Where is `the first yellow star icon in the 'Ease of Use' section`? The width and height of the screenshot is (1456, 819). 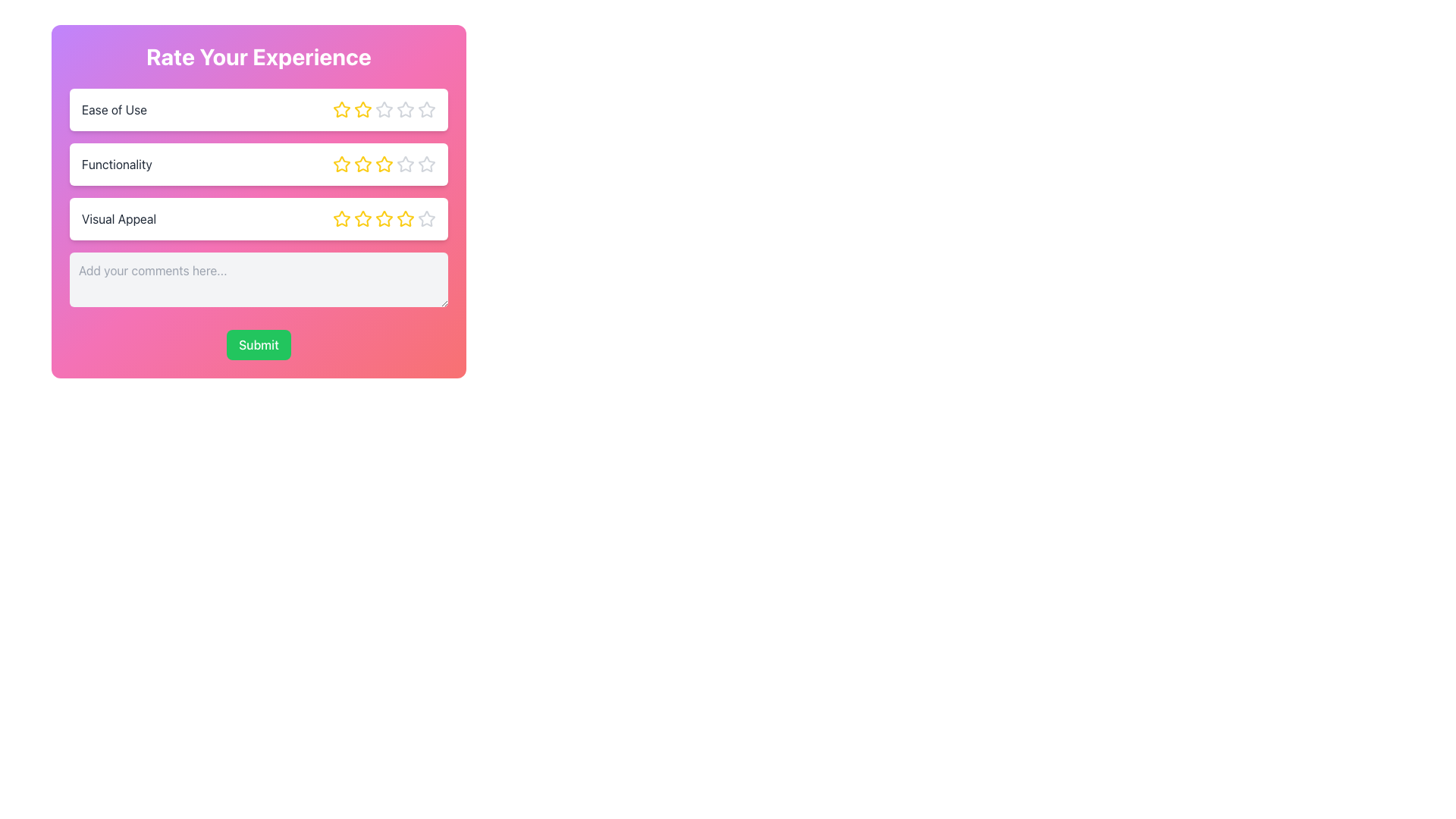 the first yellow star icon in the 'Ease of Use' section is located at coordinates (341, 109).